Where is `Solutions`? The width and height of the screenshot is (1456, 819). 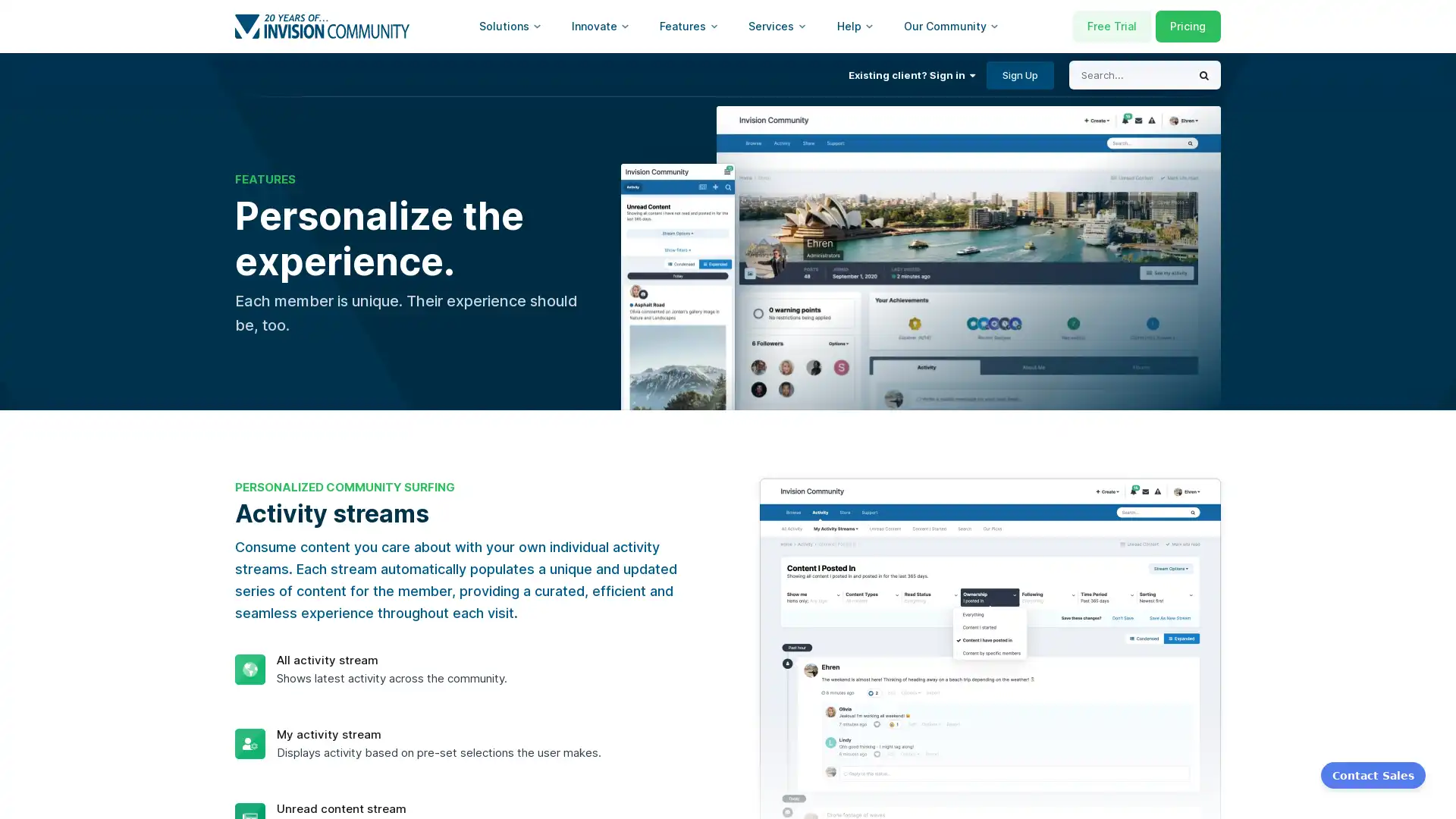
Solutions is located at coordinates (510, 26).